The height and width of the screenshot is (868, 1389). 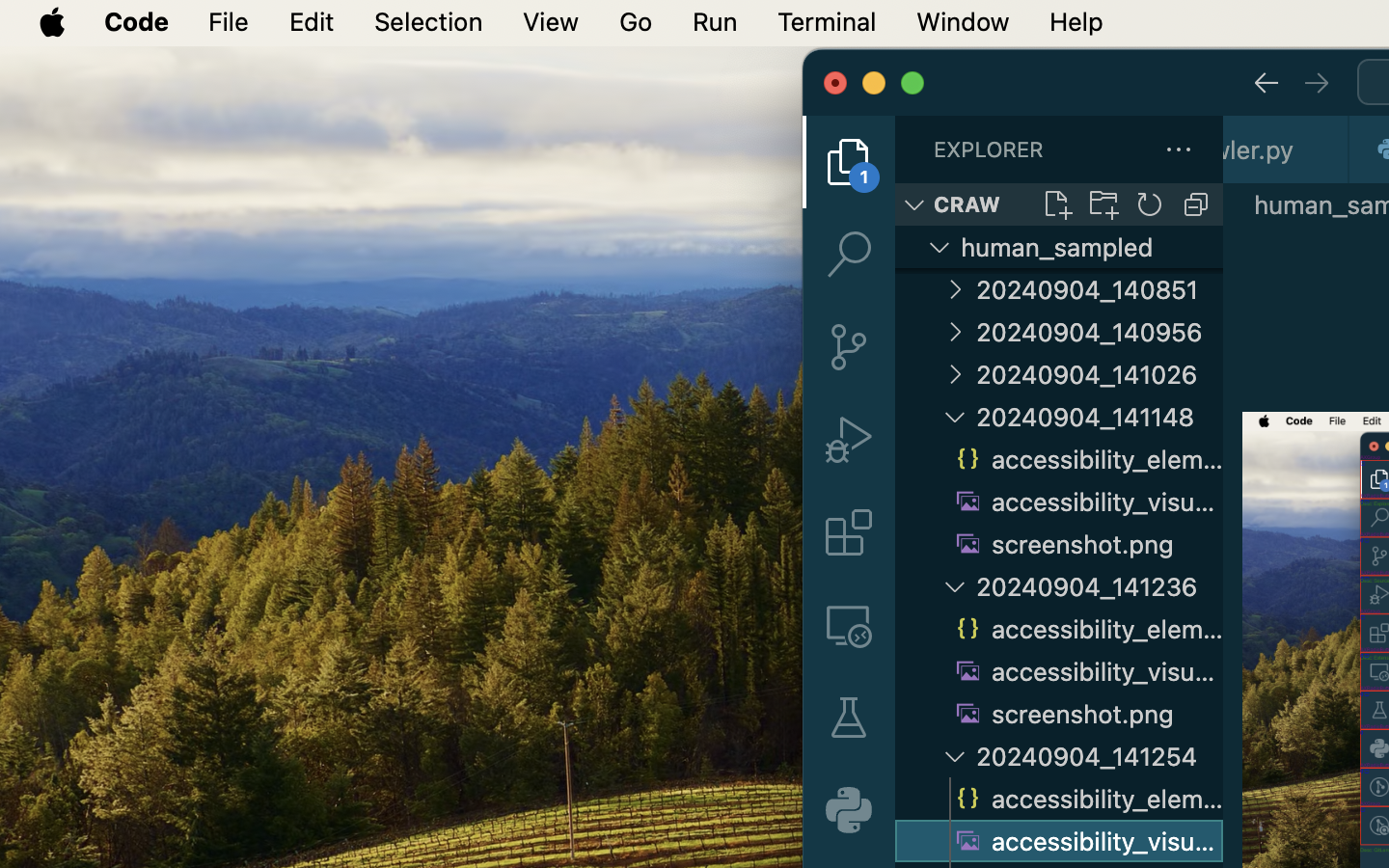 What do you see at coordinates (988, 149) in the screenshot?
I see `'EXPLORER'` at bounding box center [988, 149].